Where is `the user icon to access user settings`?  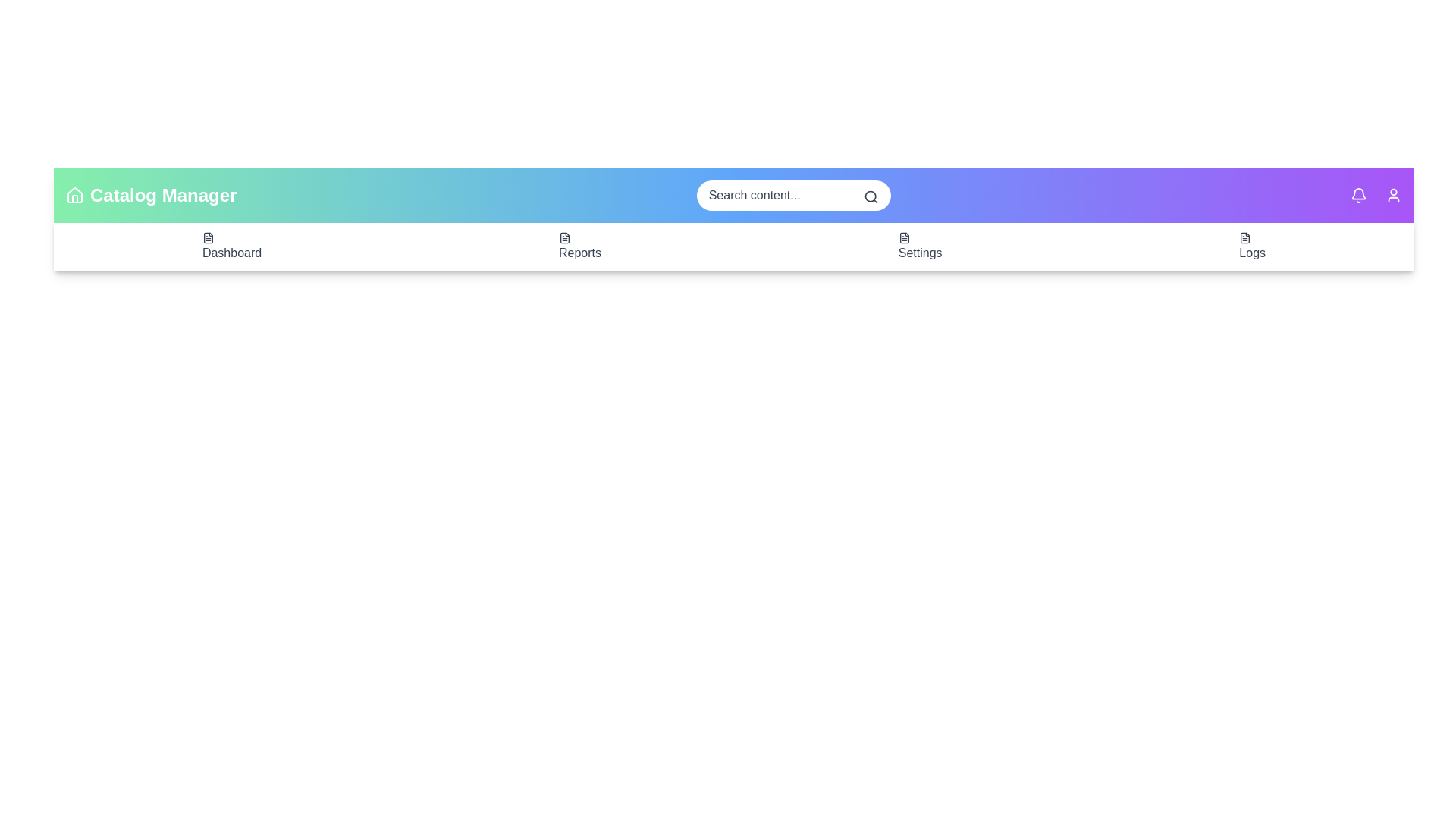
the user icon to access user settings is located at coordinates (1394, 195).